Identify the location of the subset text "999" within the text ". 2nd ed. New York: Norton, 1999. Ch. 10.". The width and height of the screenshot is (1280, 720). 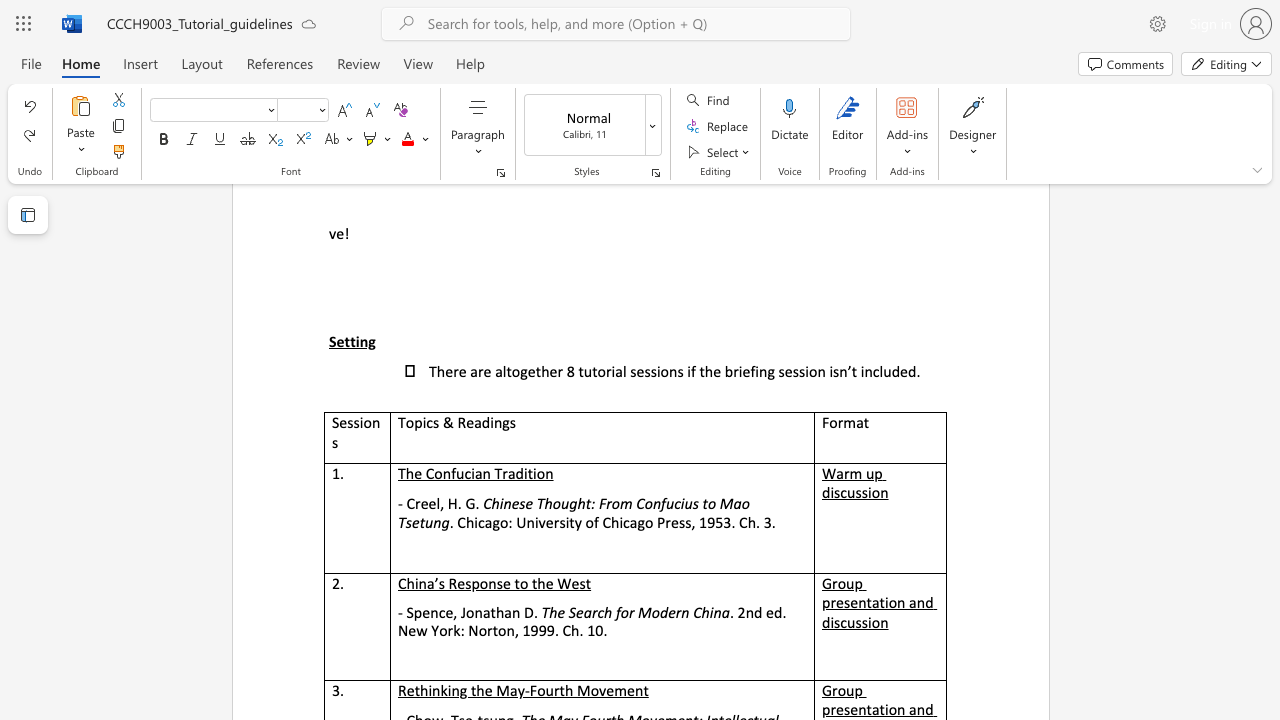
(530, 630).